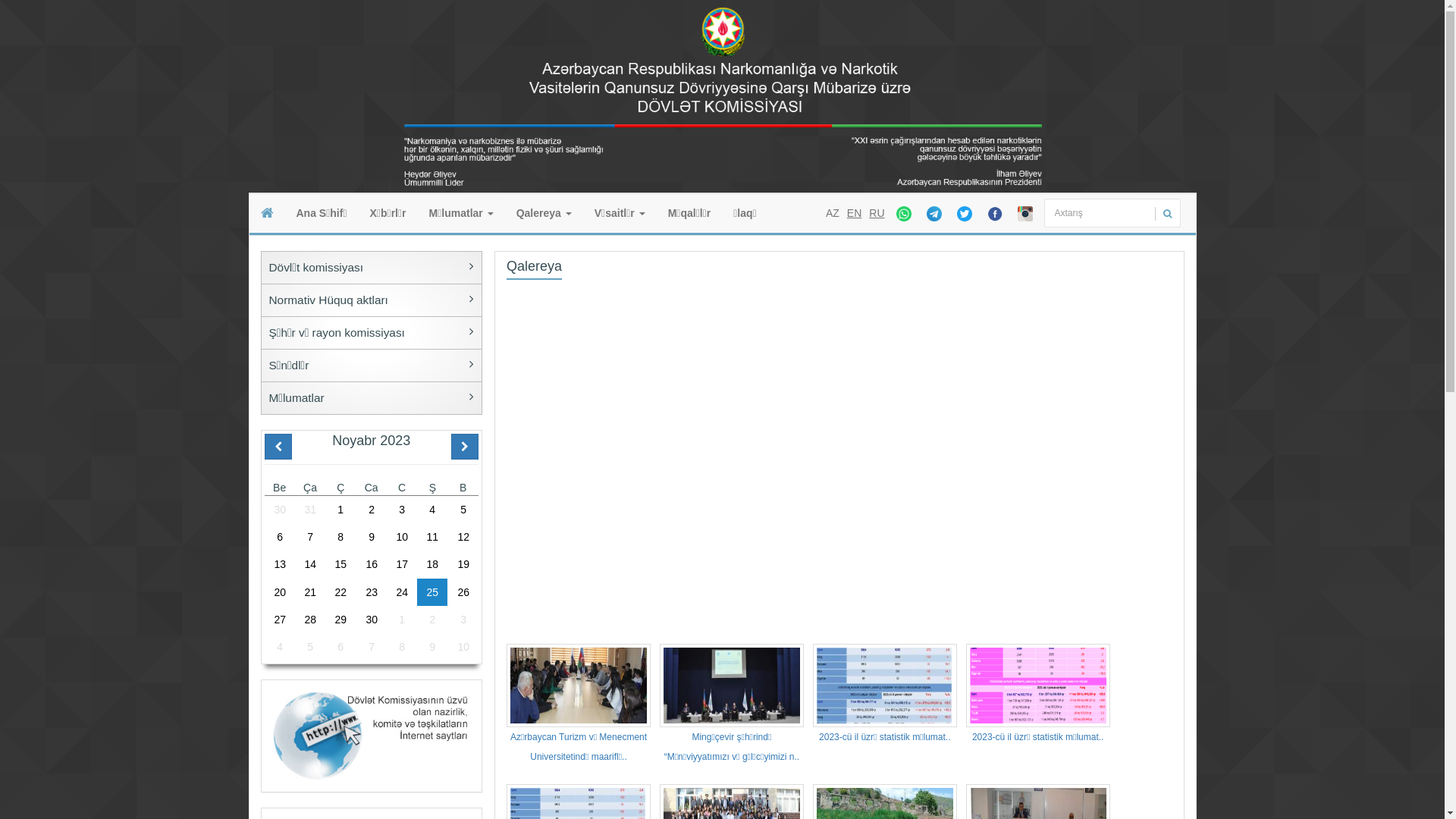  Describe the element at coordinates (462, 536) in the screenshot. I see `'12'` at that location.